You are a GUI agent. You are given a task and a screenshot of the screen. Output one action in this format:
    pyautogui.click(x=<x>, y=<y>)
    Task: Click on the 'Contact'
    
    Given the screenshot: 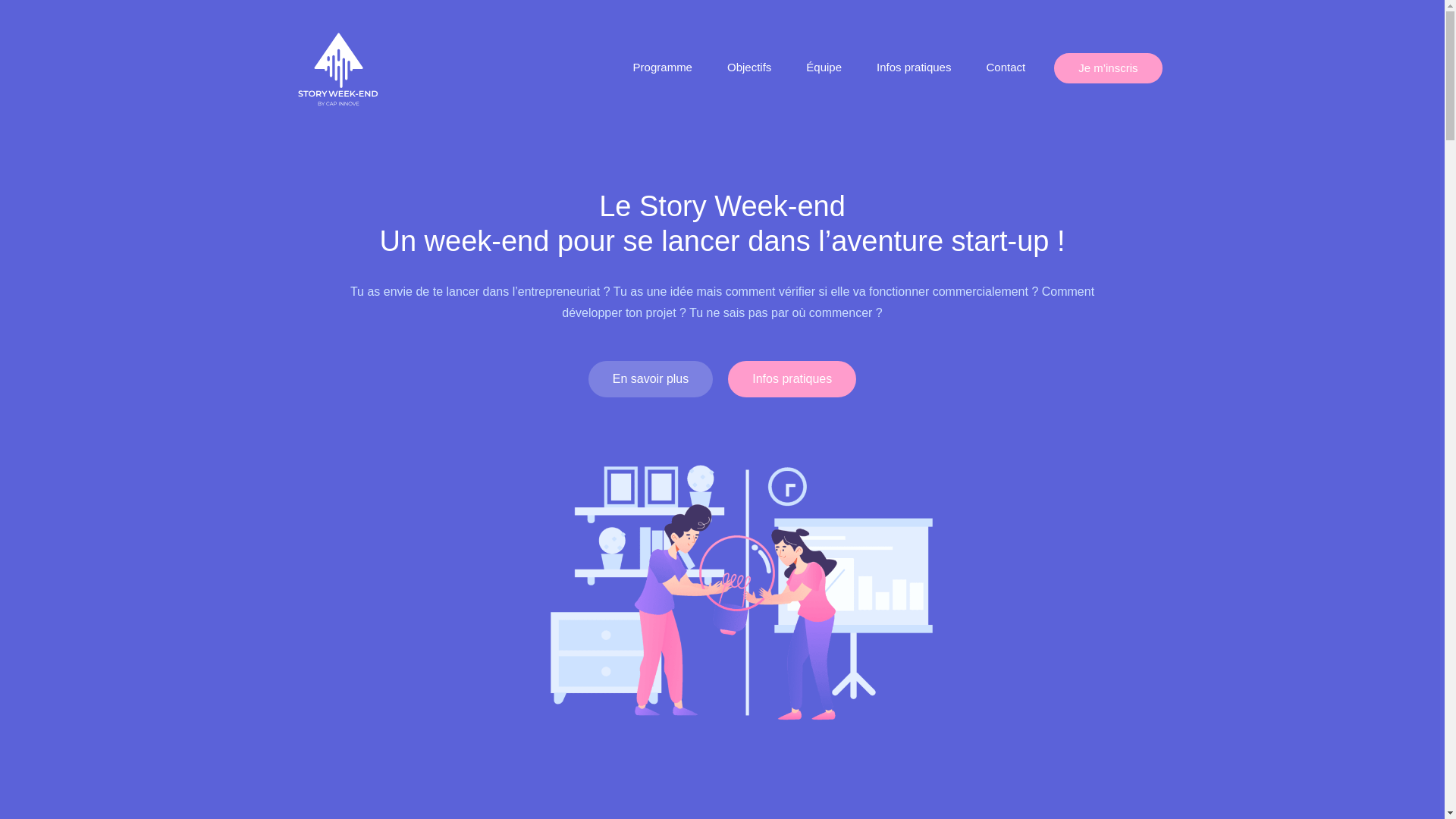 What is the action you would take?
    pyautogui.click(x=1005, y=67)
    